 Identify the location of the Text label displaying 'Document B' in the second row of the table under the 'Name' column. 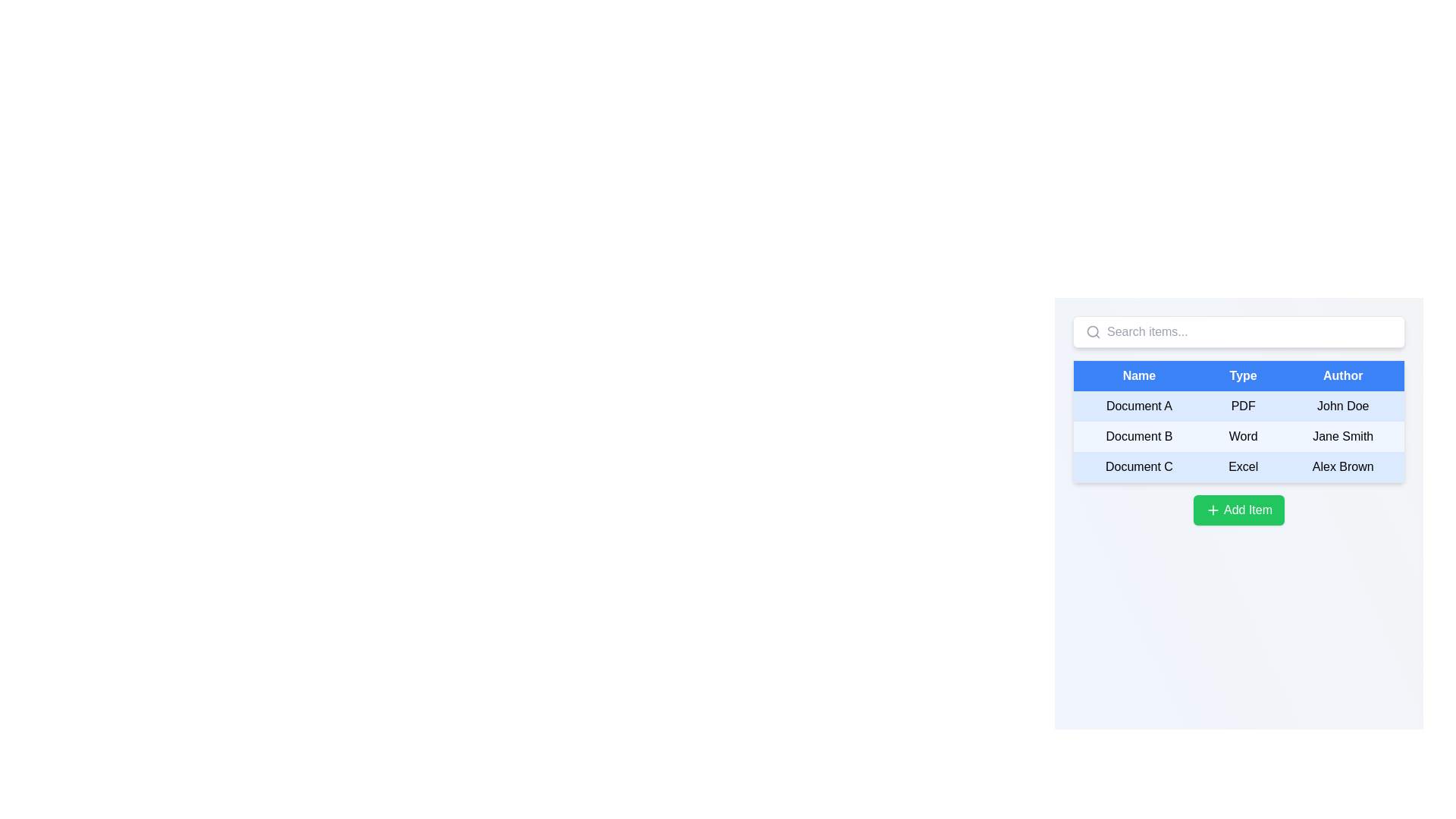
(1139, 436).